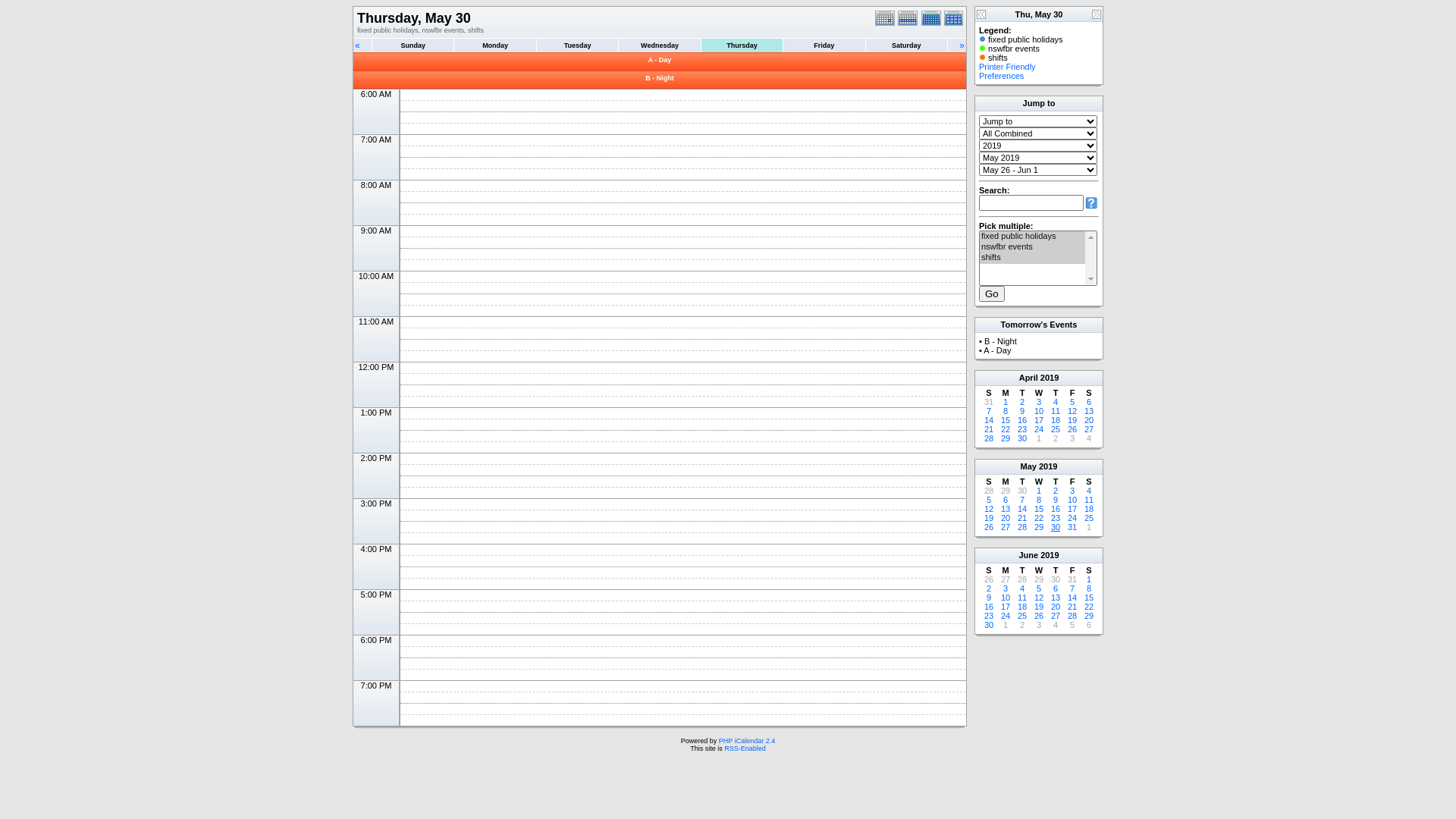  What do you see at coordinates (1087, 438) in the screenshot?
I see `'4'` at bounding box center [1087, 438].